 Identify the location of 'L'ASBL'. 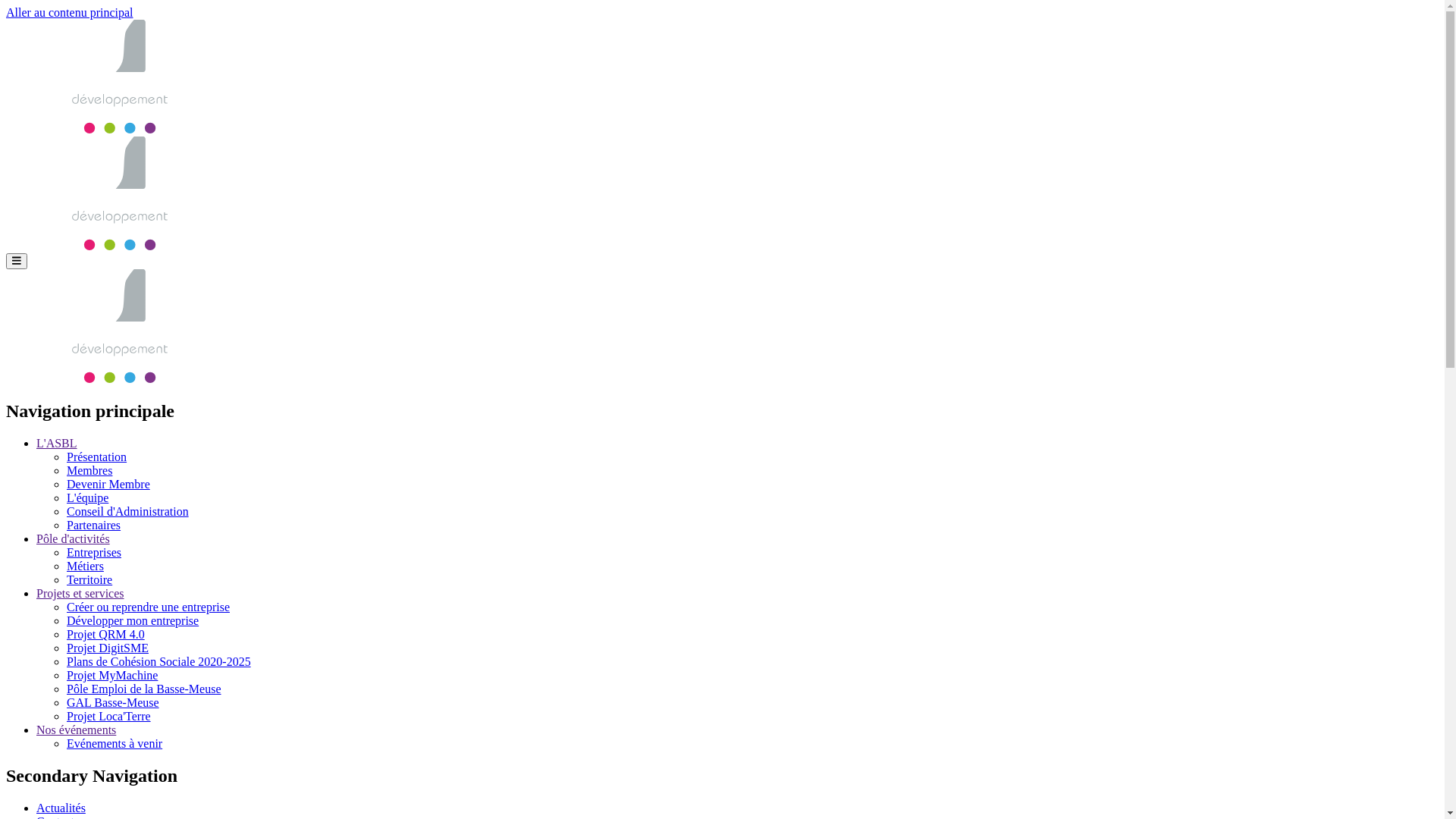
(57, 443).